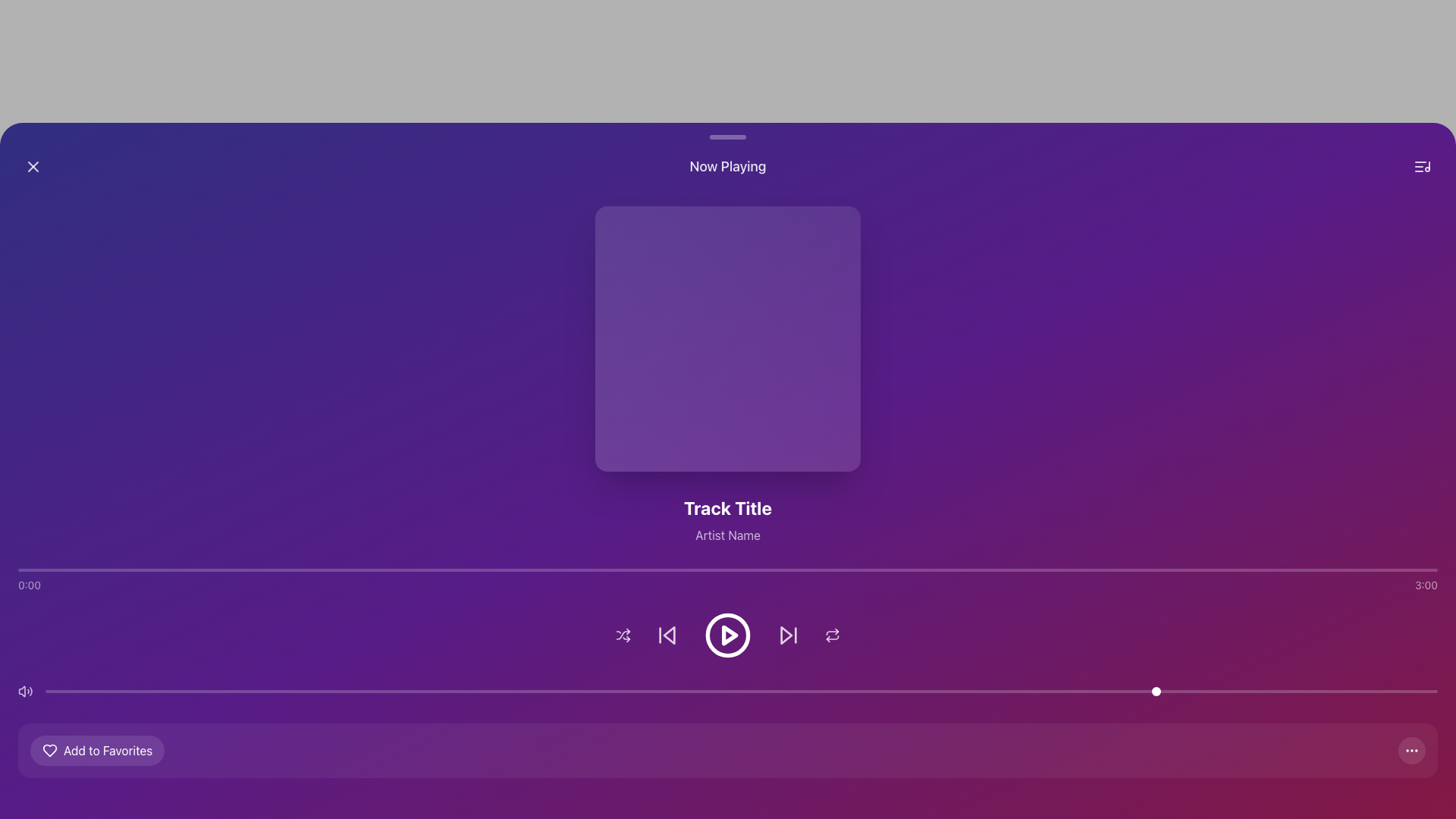  Describe the element at coordinates (668, 635) in the screenshot. I see `the skip backward button, which is a triangular element located to the immediate left of the central circular play button in the media control icons at the bottom center of the interface` at that location.